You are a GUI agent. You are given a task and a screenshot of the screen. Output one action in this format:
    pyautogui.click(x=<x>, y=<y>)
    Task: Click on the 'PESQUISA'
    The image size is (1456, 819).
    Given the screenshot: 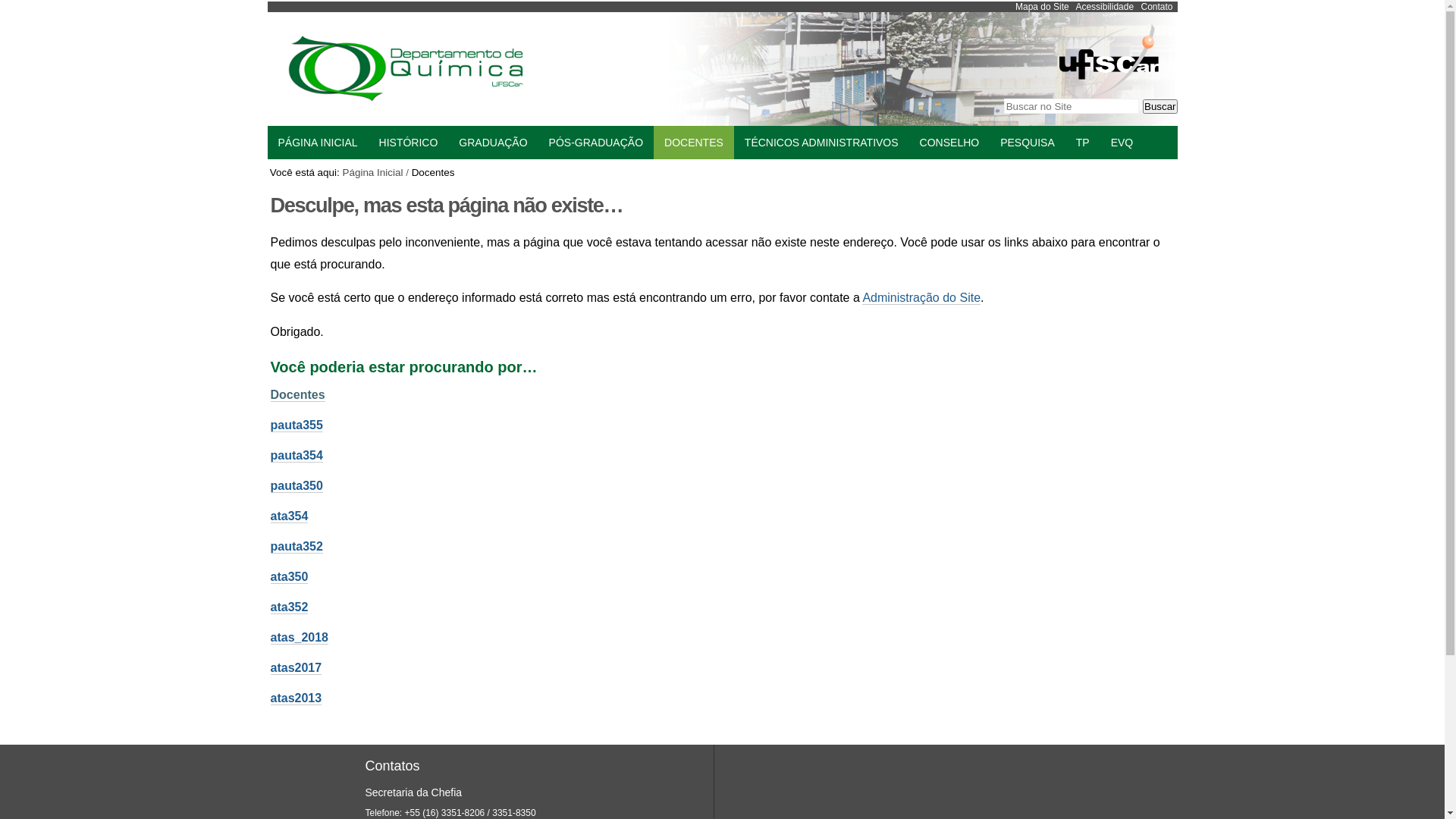 What is the action you would take?
    pyautogui.click(x=1027, y=143)
    